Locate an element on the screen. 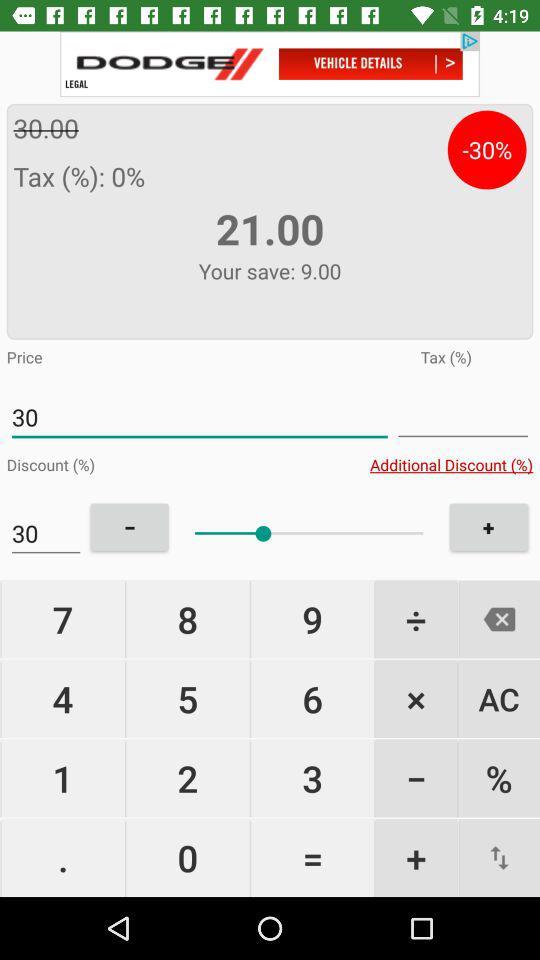  cancilation is located at coordinates (498, 618).